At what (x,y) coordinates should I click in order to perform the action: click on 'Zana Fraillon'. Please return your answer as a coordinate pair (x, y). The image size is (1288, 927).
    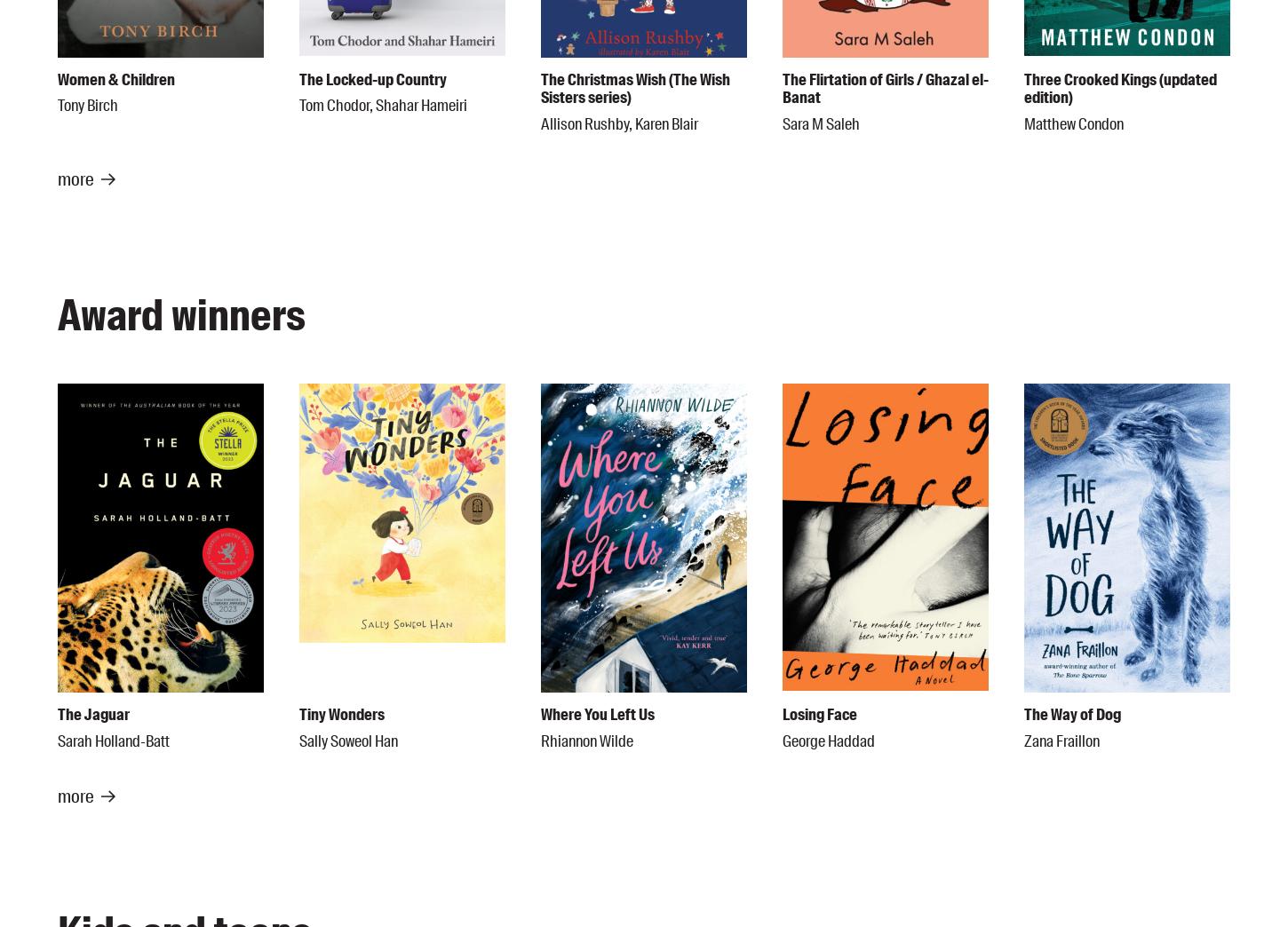
    Looking at the image, I should click on (1061, 740).